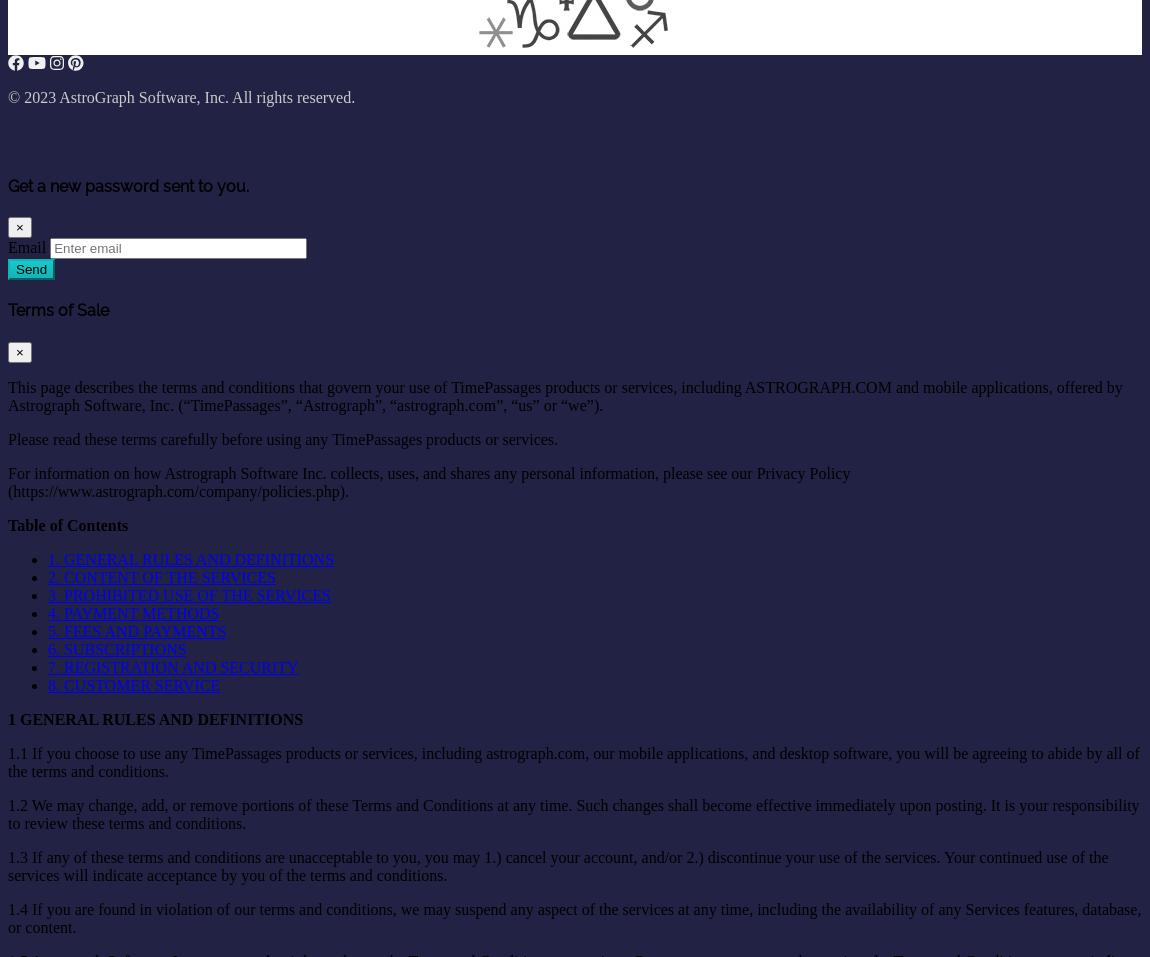  I want to click on '1 GENERAL RULES AND DEFINITIONS', so click(154, 718).